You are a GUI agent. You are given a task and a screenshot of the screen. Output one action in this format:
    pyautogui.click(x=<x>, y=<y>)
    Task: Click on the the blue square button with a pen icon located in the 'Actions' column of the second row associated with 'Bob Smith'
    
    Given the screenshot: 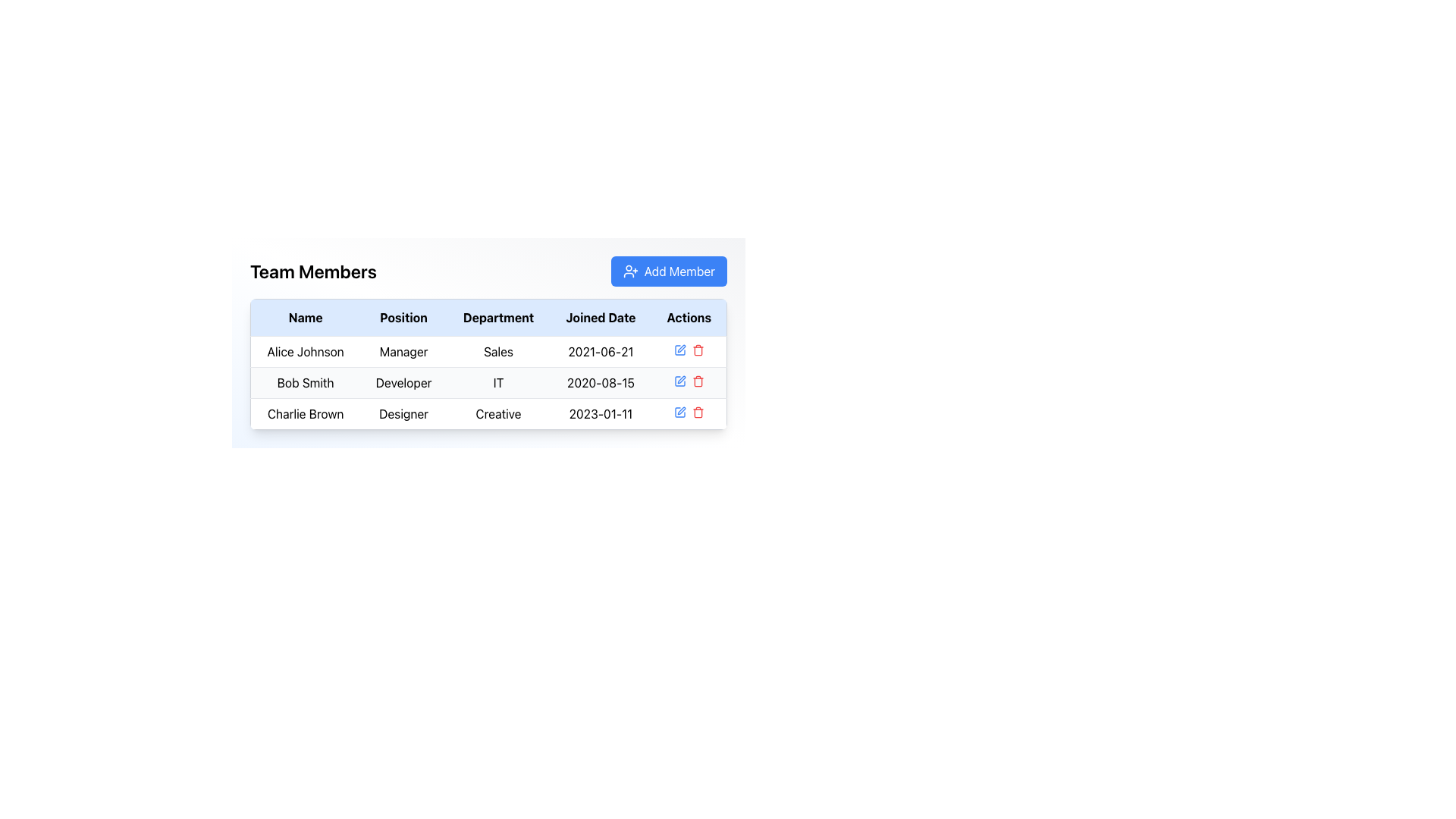 What is the action you would take?
    pyautogui.click(x=679, y=380)
    